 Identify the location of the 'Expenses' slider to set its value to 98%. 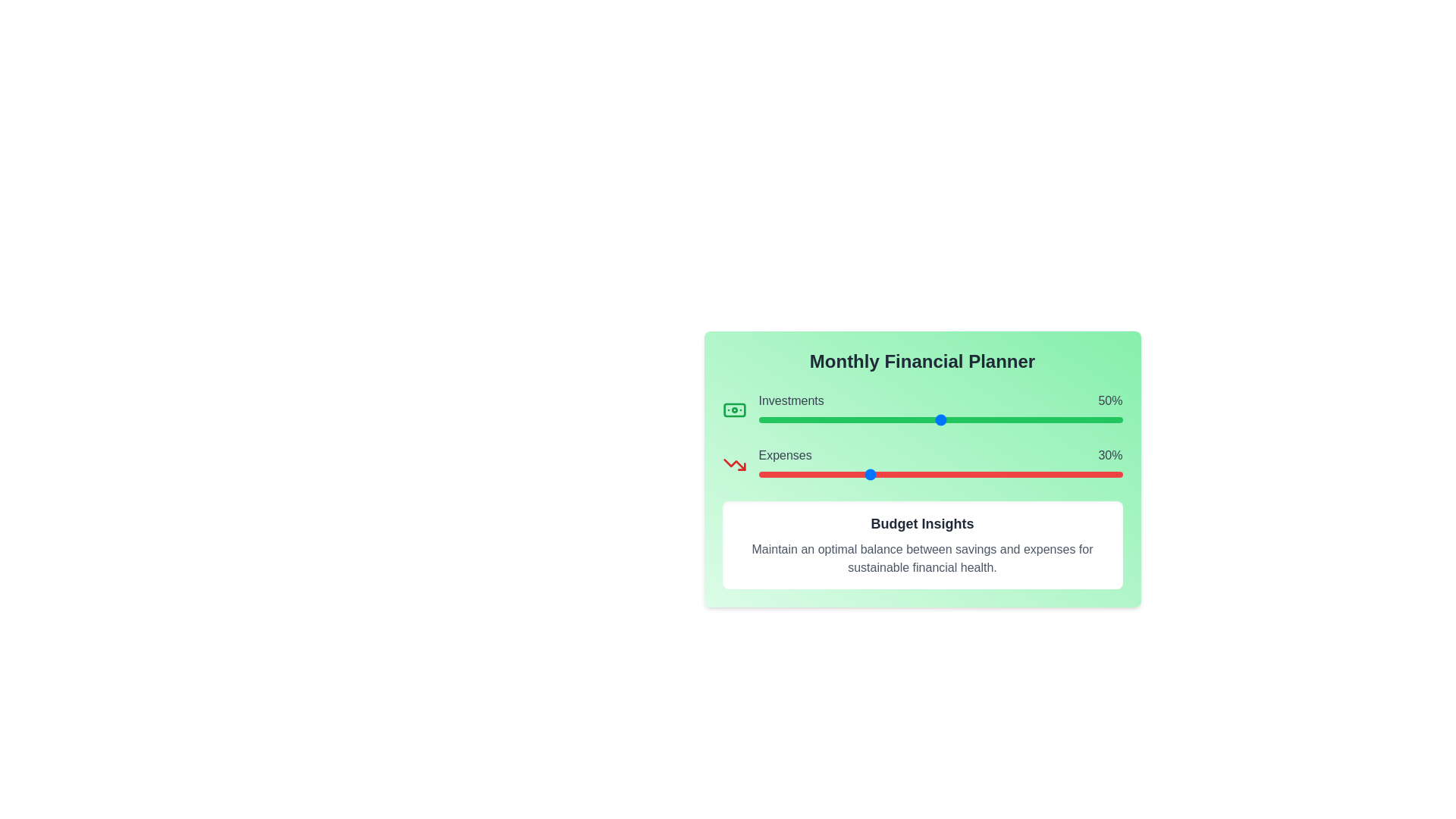
(1115, 473).